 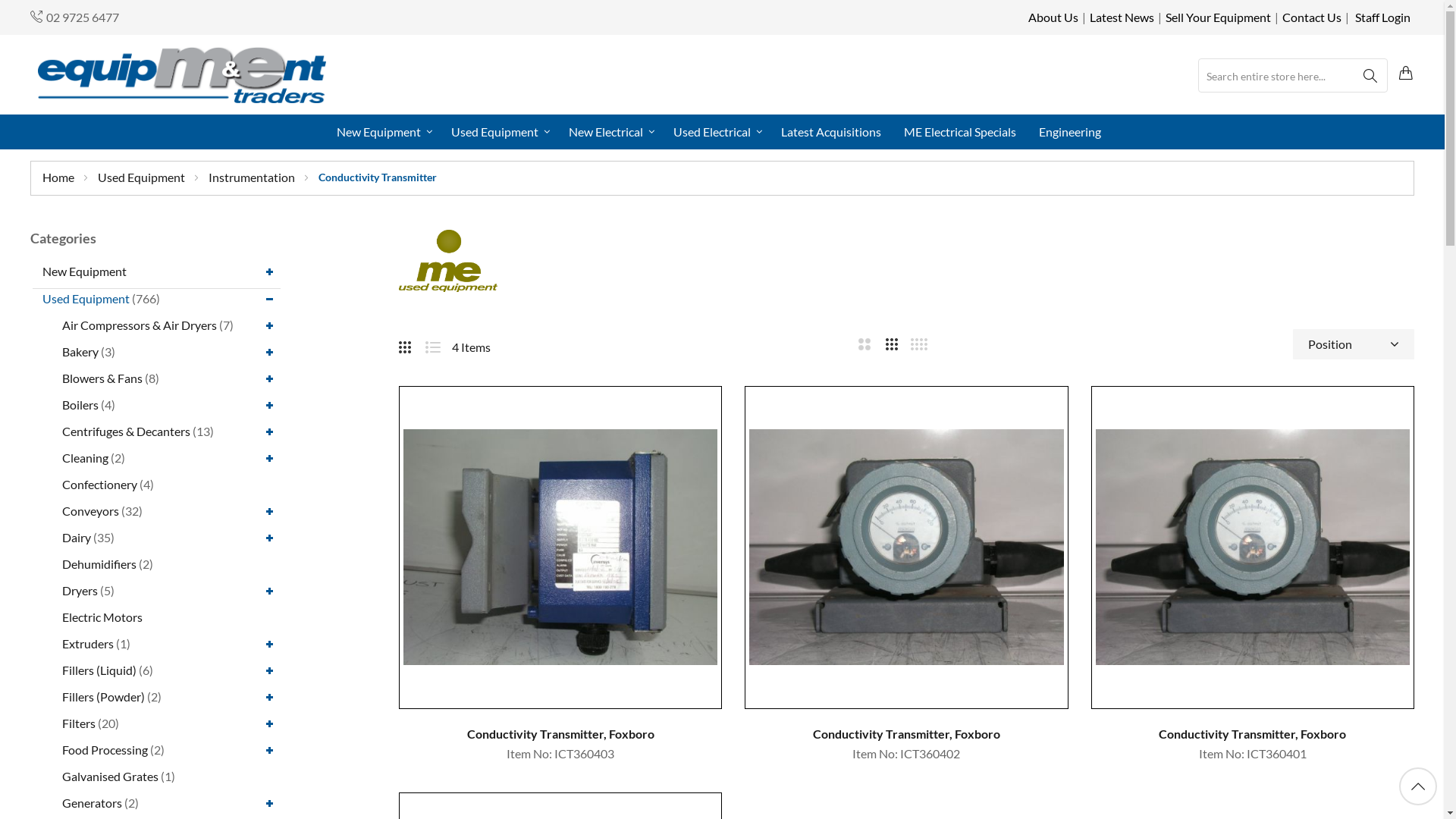 I want to click on 'Generators', so click(x=91, y=801).